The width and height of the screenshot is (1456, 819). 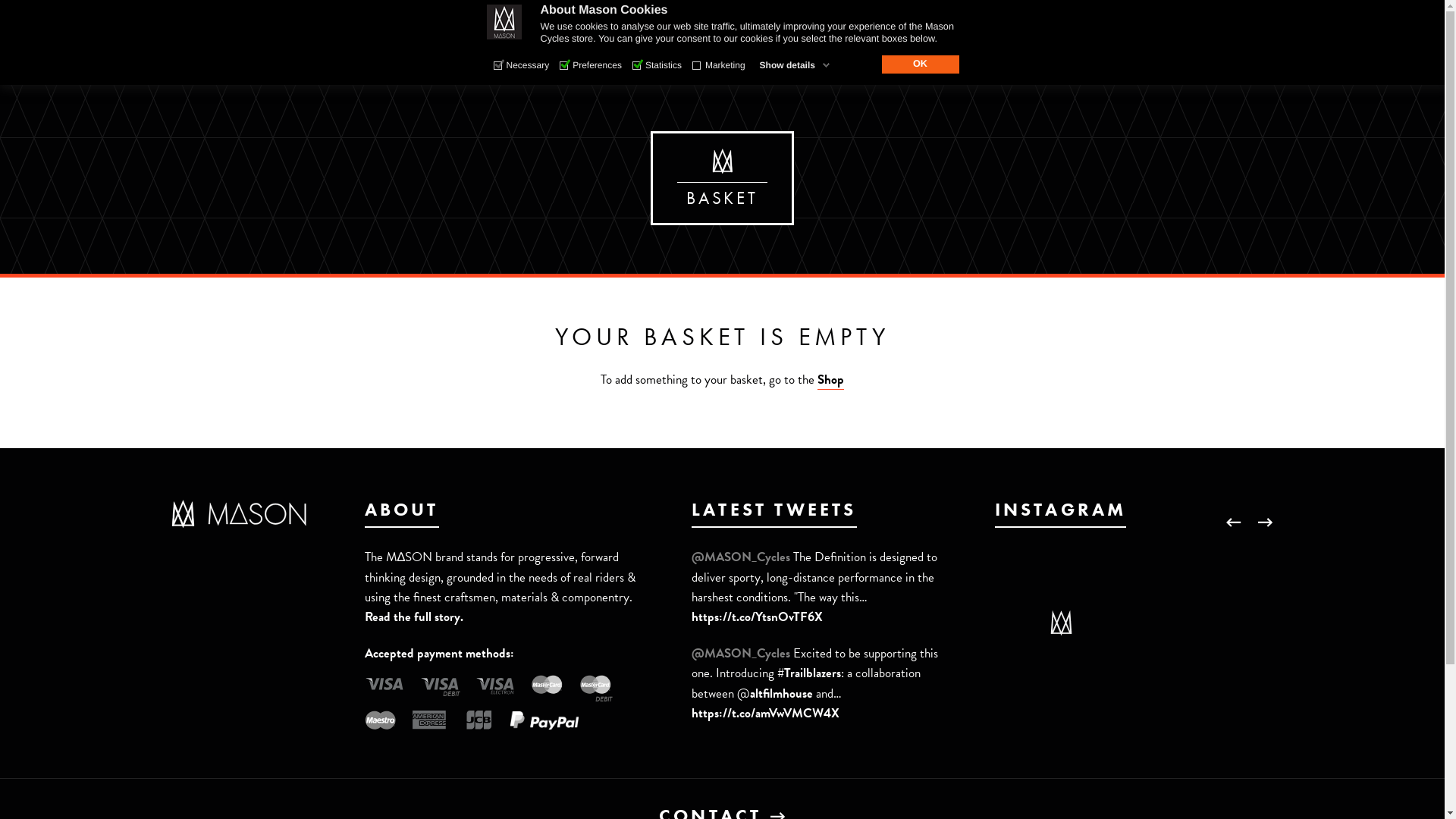 I want to click on 'ACCESSORIES', so click(x=723, y=55).